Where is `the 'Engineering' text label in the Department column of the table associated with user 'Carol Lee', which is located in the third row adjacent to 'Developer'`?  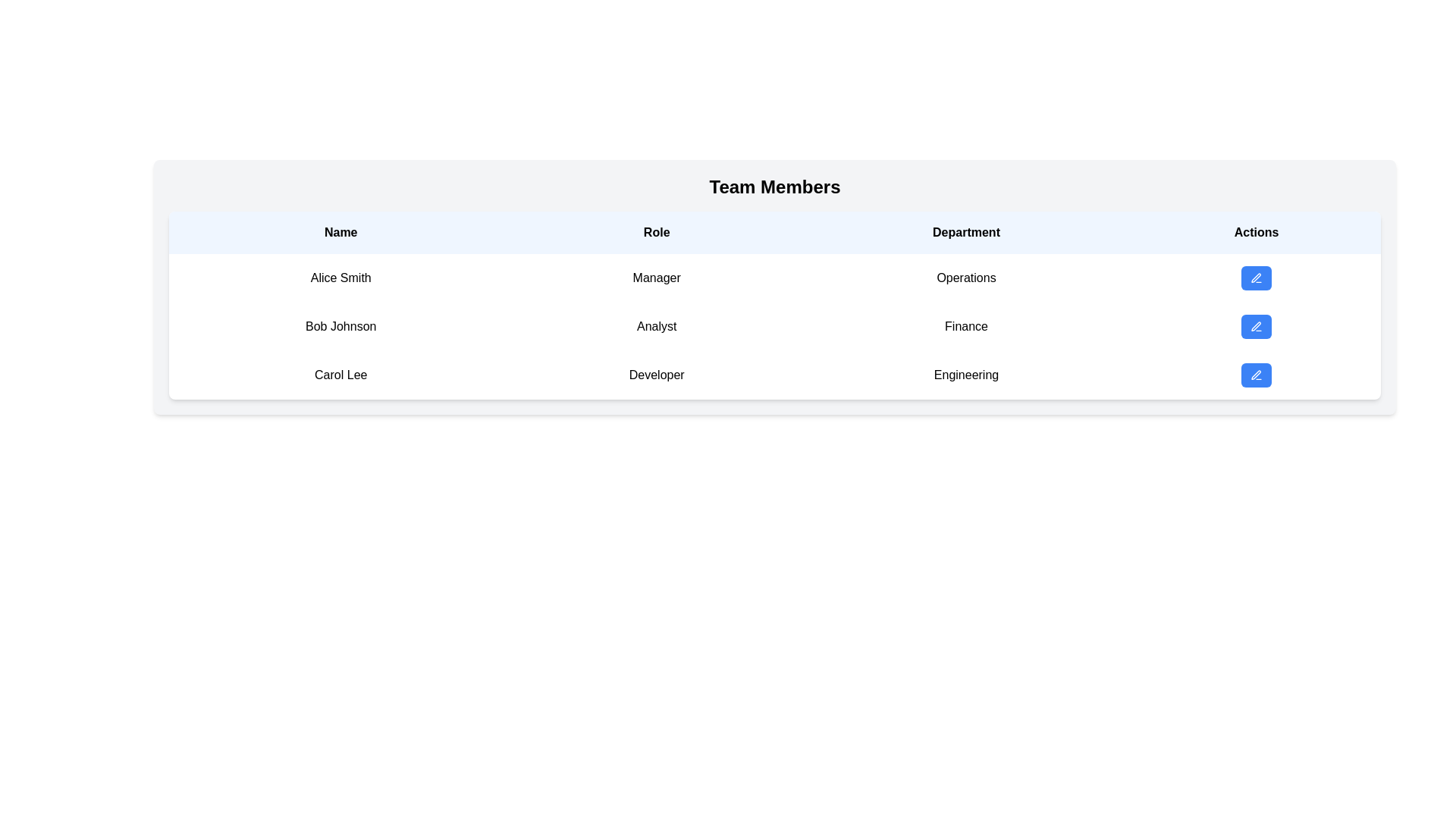
the 'Engineering' text label in the Department column of the table associated with user 'Carol Lee', which is located in the third row adjacent to 'Developer' is located at coordinates (965, 375).